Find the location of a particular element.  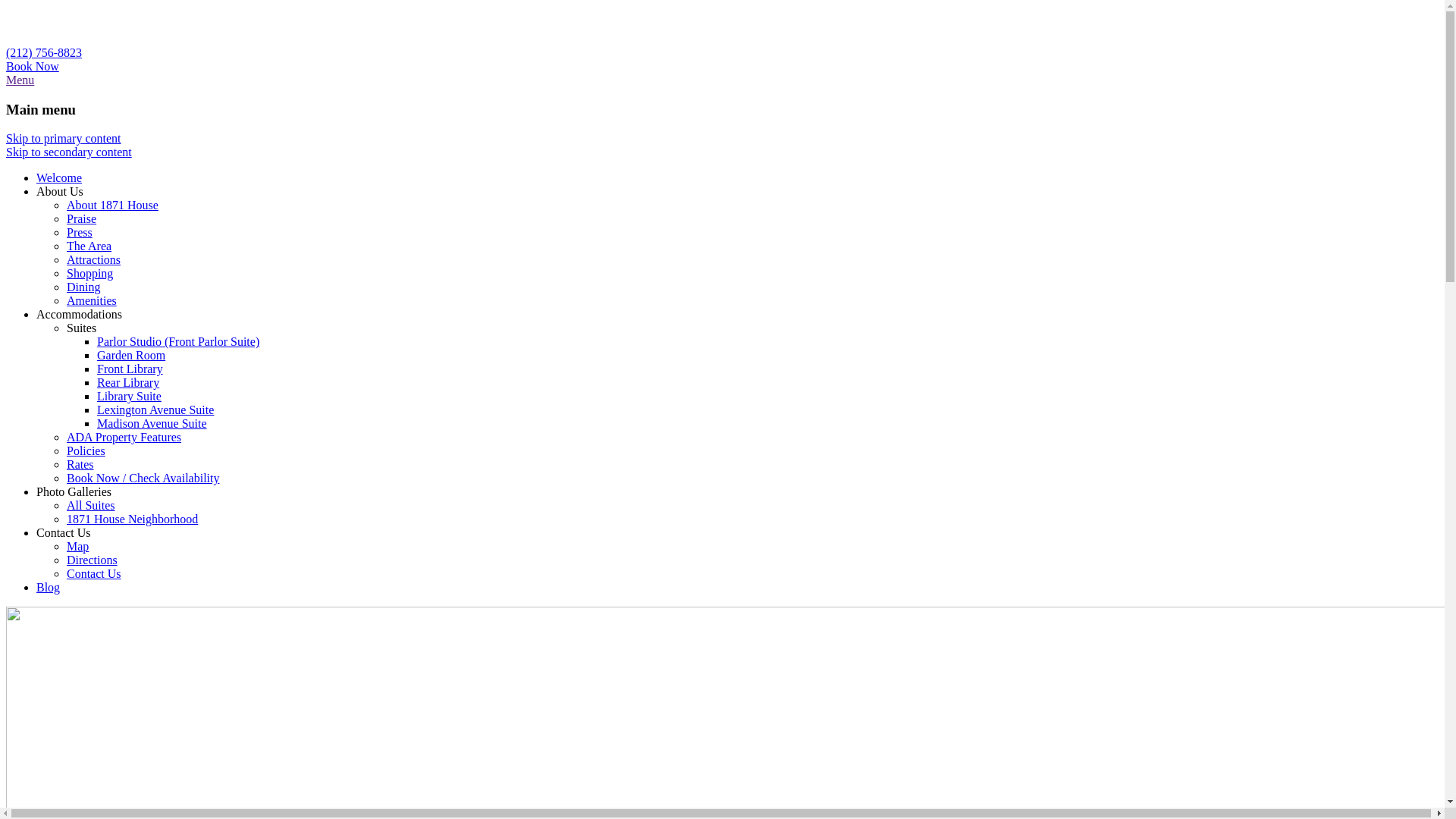

'The Area' is located at coordinates (65, 245).